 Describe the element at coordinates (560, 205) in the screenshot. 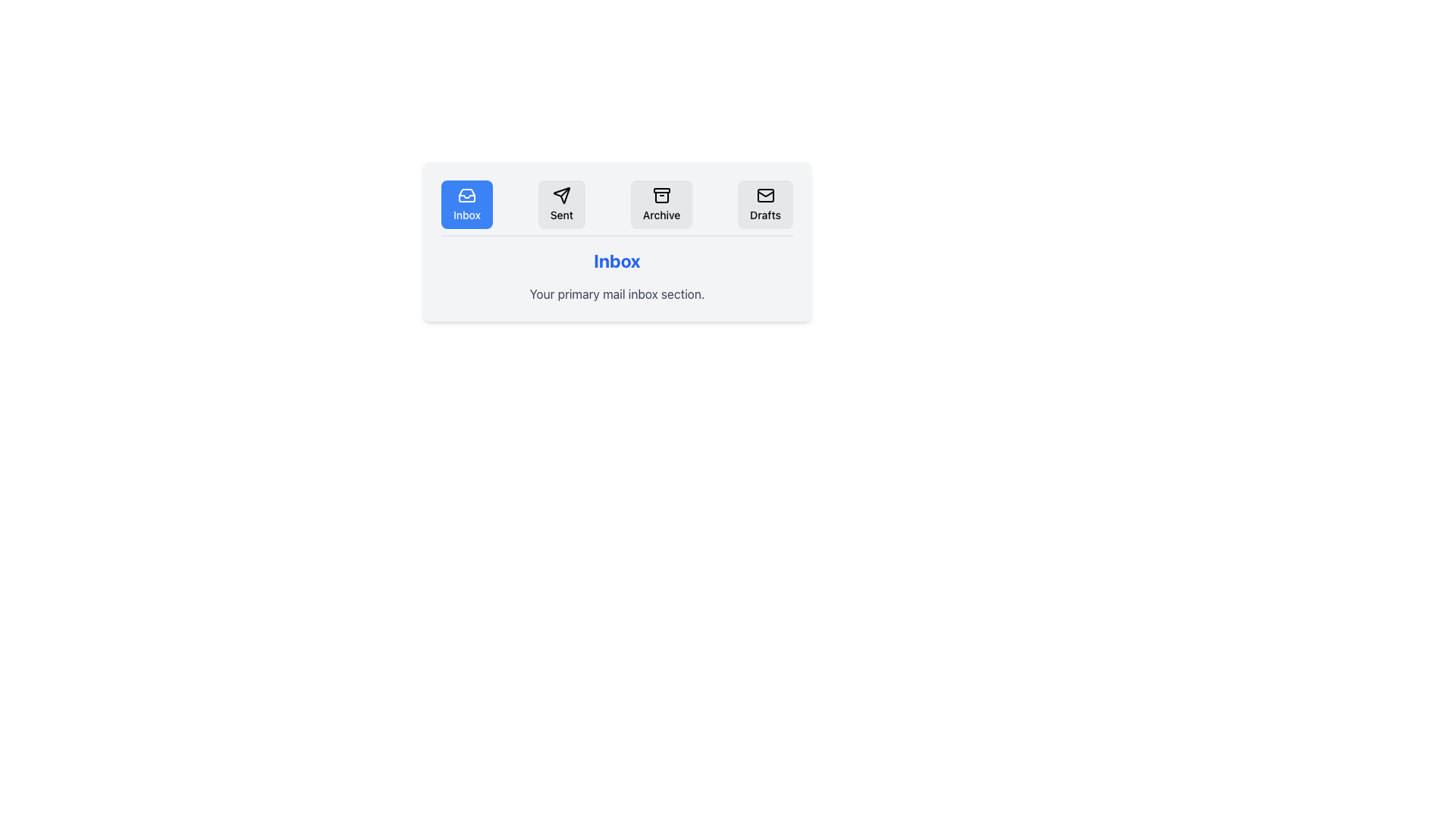

I see `the 'Sent' navigation button located to the right of the 'Inbox' button and to the left of the 'Archive' button` at that location.